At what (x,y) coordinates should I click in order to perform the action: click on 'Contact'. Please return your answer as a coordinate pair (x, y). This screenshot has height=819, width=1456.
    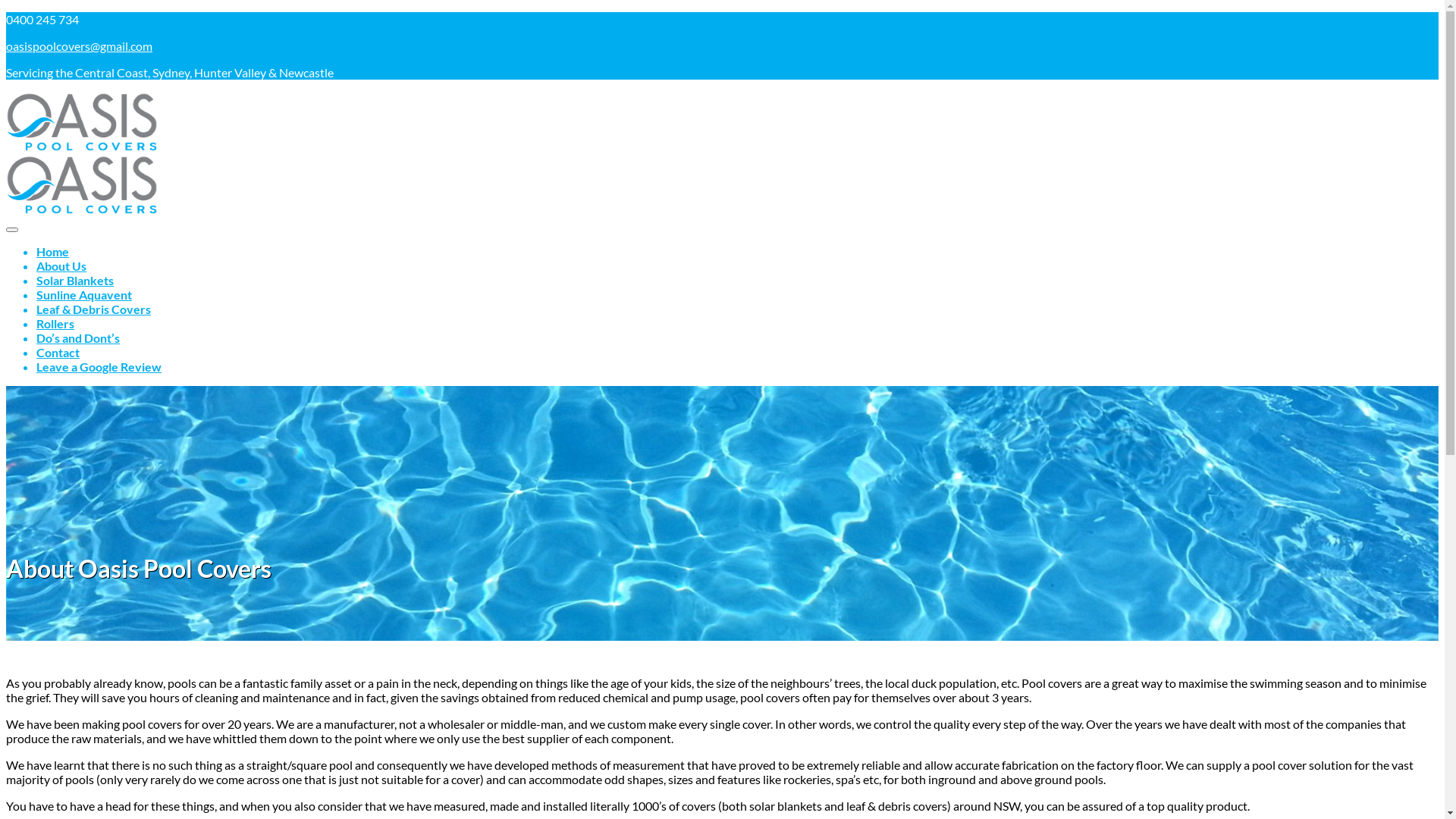
    Looking at the image, I should click on (58, 352).